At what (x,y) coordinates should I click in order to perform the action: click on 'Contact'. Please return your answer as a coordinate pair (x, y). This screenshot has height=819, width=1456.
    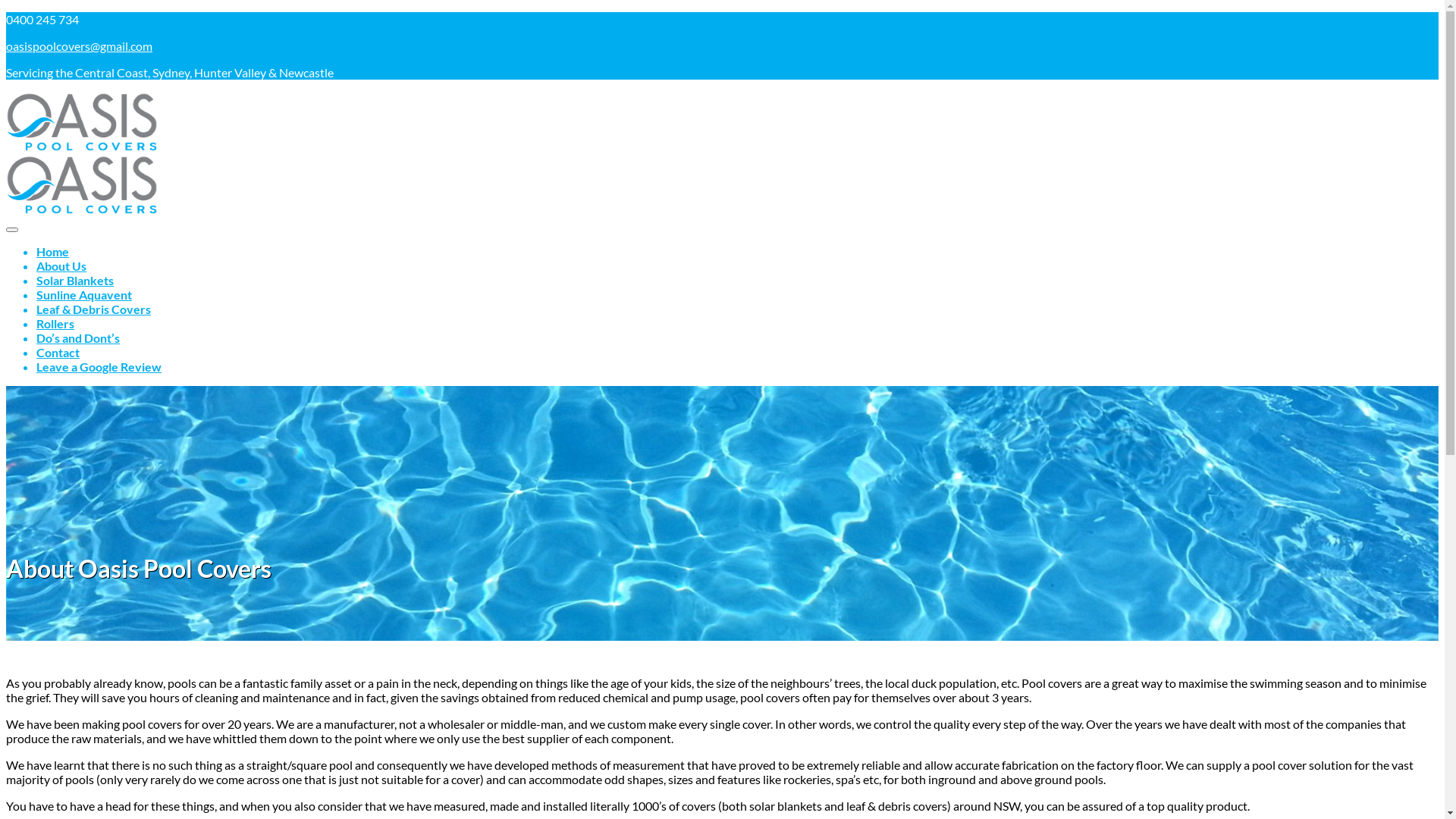
    Looking at the image, I should click on (58, 352).